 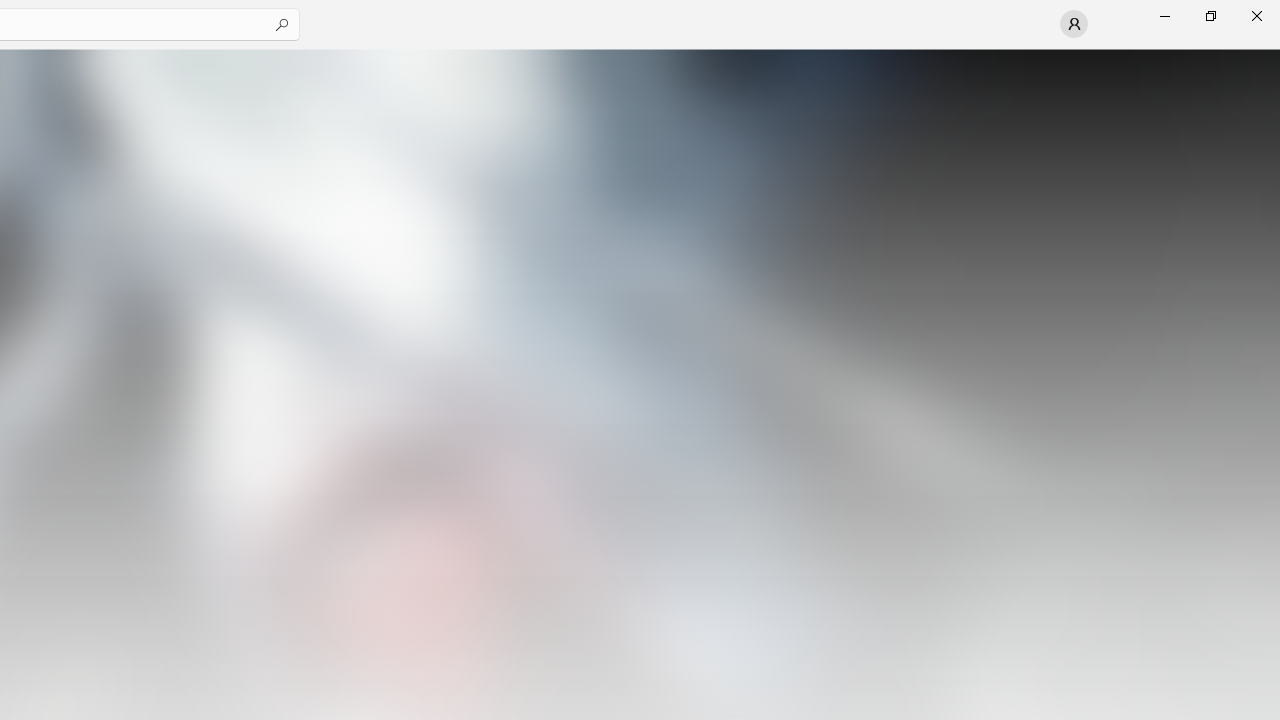 I want to click on 'Restore Microsoft Store', so click(x=1209, y=15).